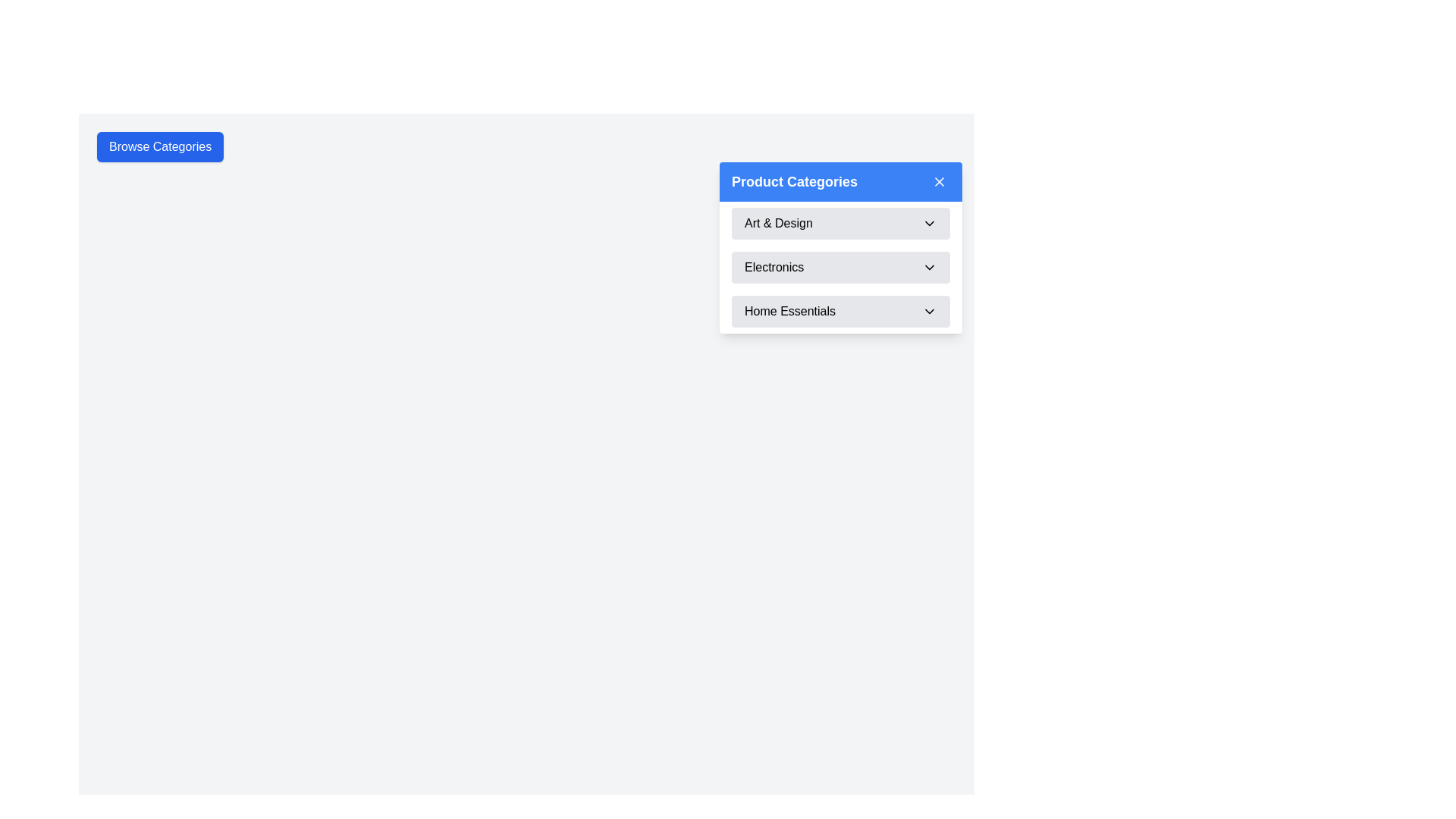  What do you see at coordinates (839, 223) in the screenshot?
I see `the 'Art & Design' dropdown menu item with a light gray background` at bounding box center [839, 223].